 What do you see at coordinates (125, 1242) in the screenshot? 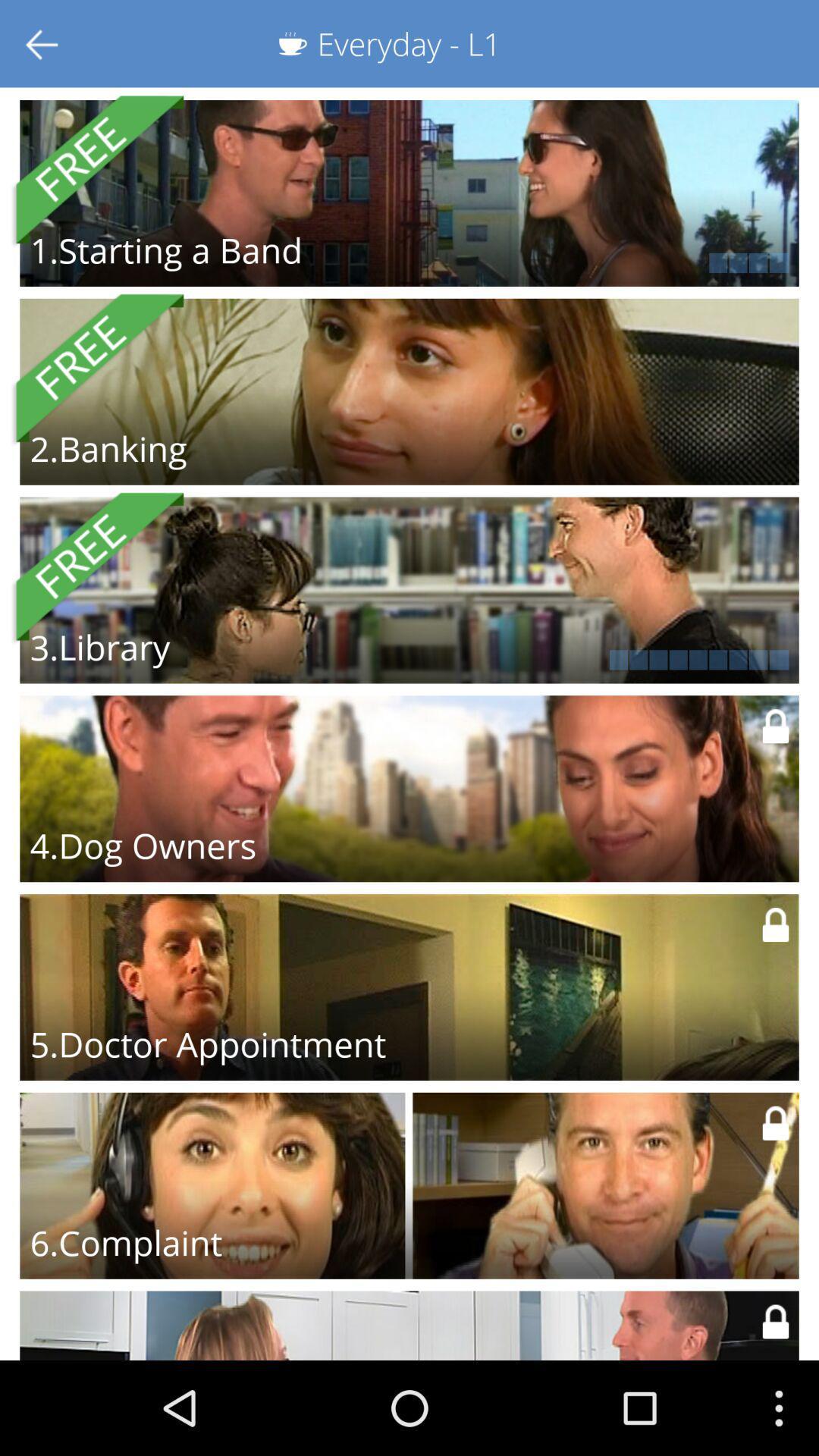
I see `the 6.complaint` at bounding box center [125, 1242].